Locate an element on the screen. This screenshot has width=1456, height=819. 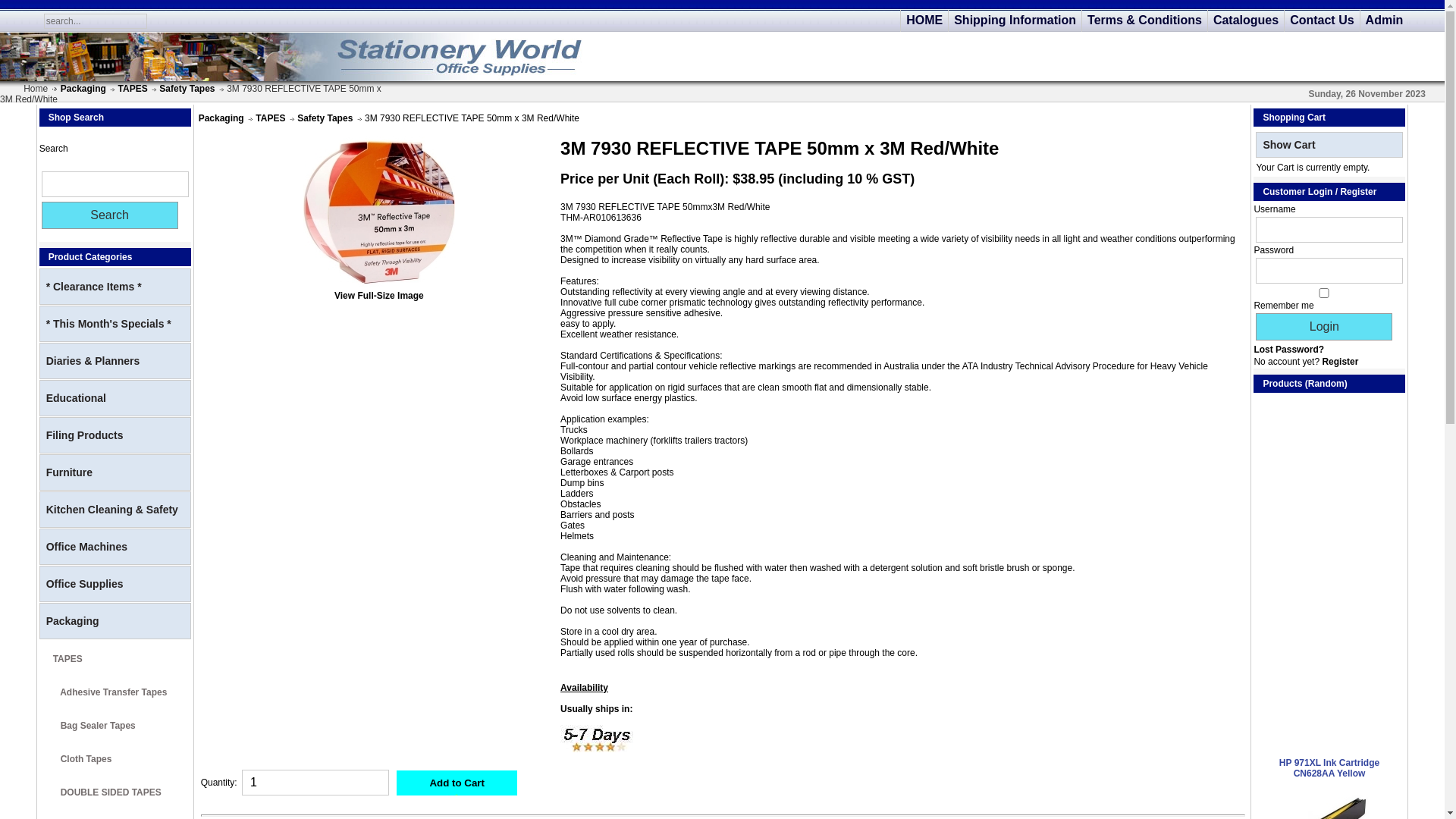
'      Adhesive Transfer Tapes' is located at coordinates (115, 690).